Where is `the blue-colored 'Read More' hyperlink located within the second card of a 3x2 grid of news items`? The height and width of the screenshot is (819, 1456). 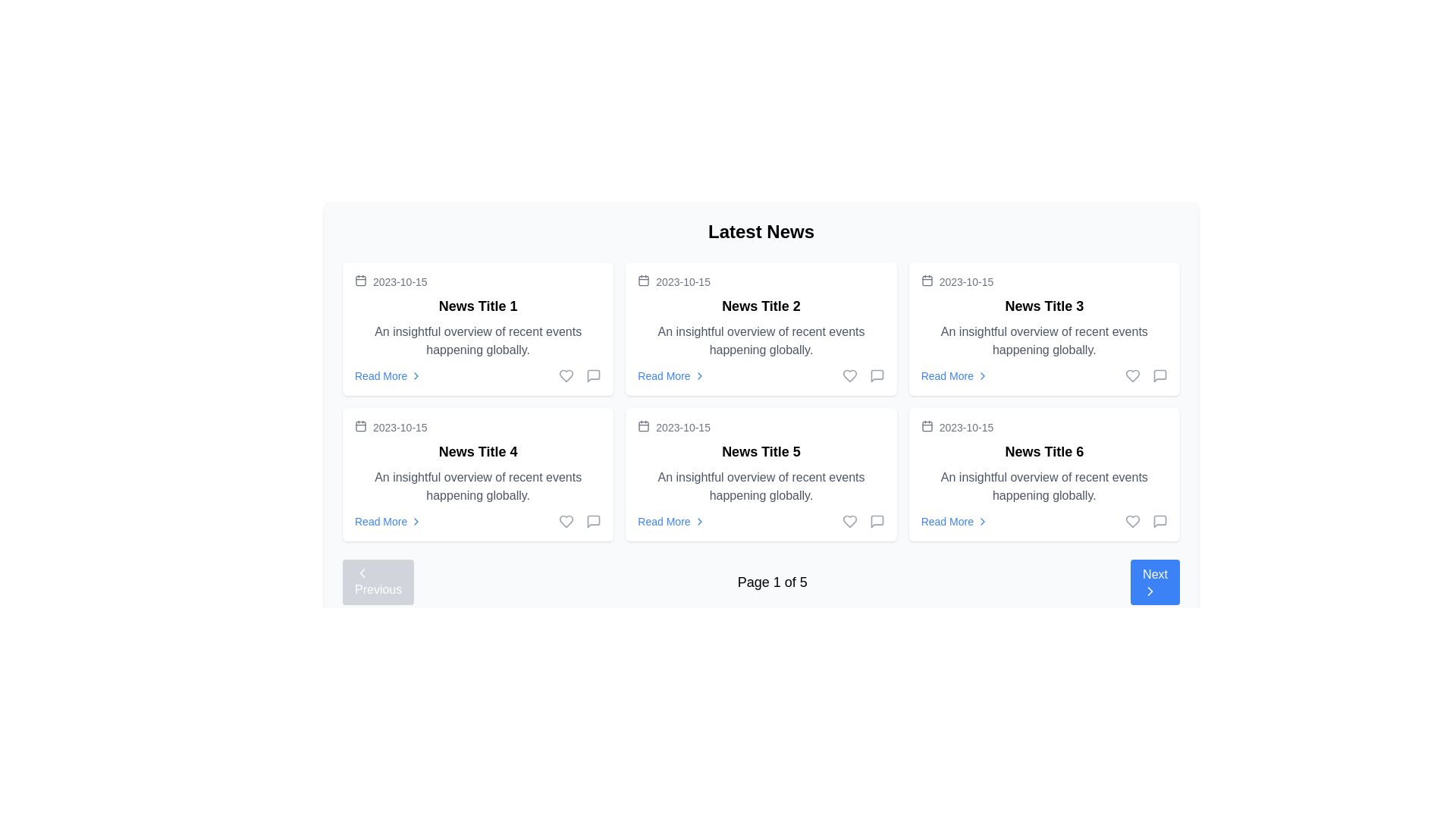
the blue-colored 'Read More' hyperlink located within the second card of a 3x2 grid of news items is located at coordinates (664, 375).